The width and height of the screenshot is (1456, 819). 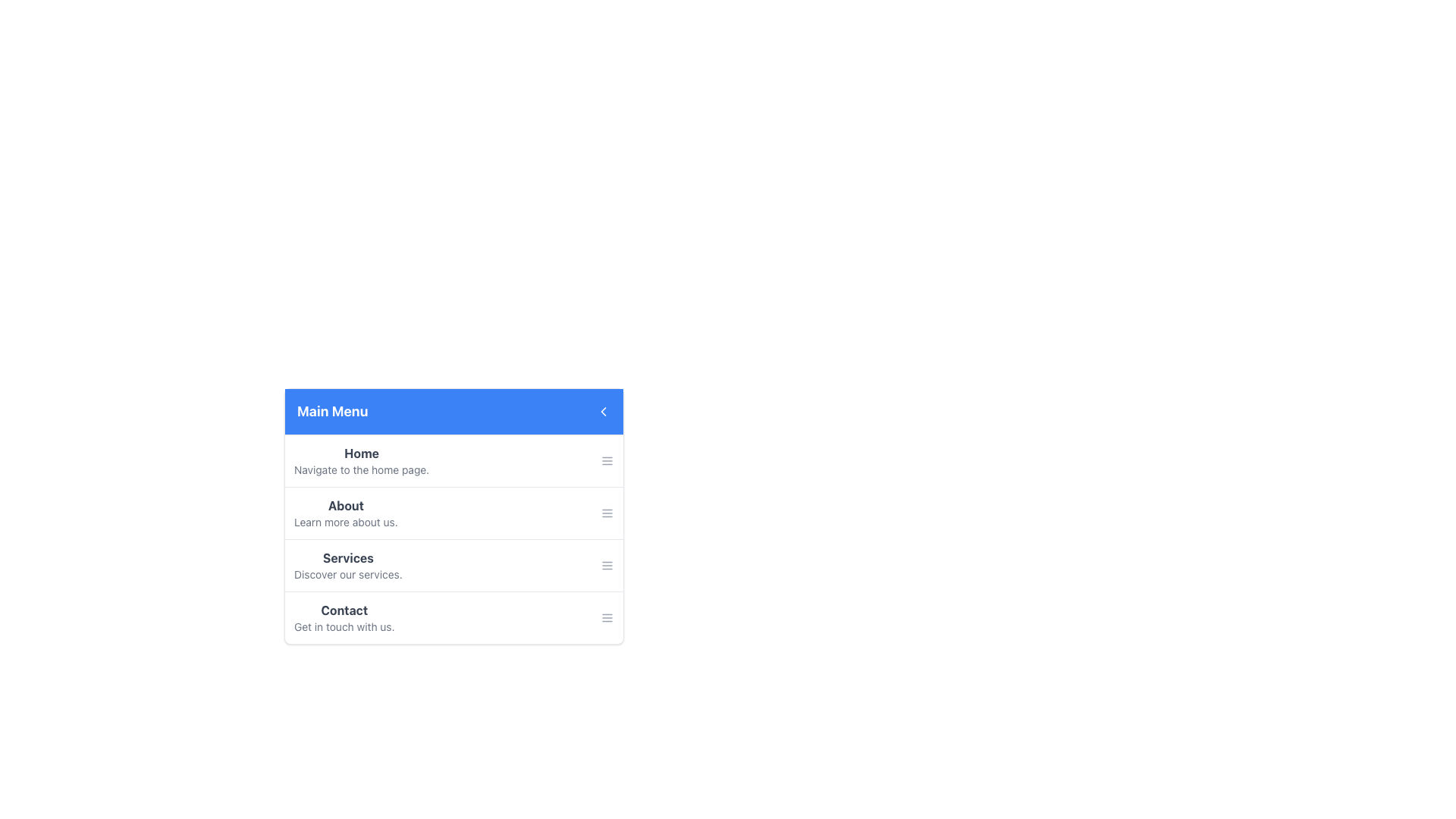 I want to click on the second row interactive menu item that provides navigation to the 'About' section, located between 'Home' and 'Services', so click(x=453, y=516).